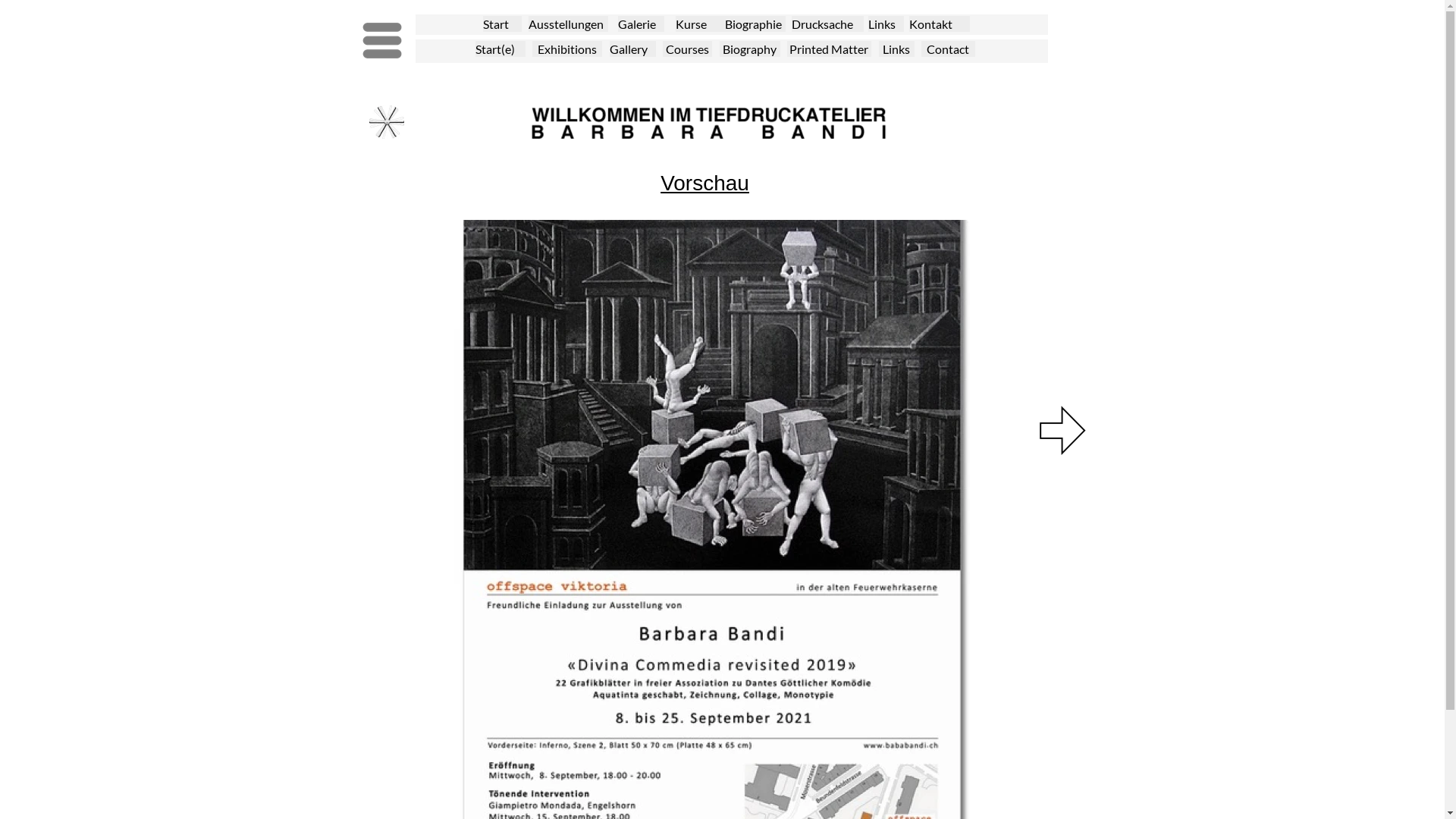 The width and height of the screenshot is (1456, 819). Describe the element at coordinates (632, 49) in the screenshot. I see `'Gallery'` at that location.